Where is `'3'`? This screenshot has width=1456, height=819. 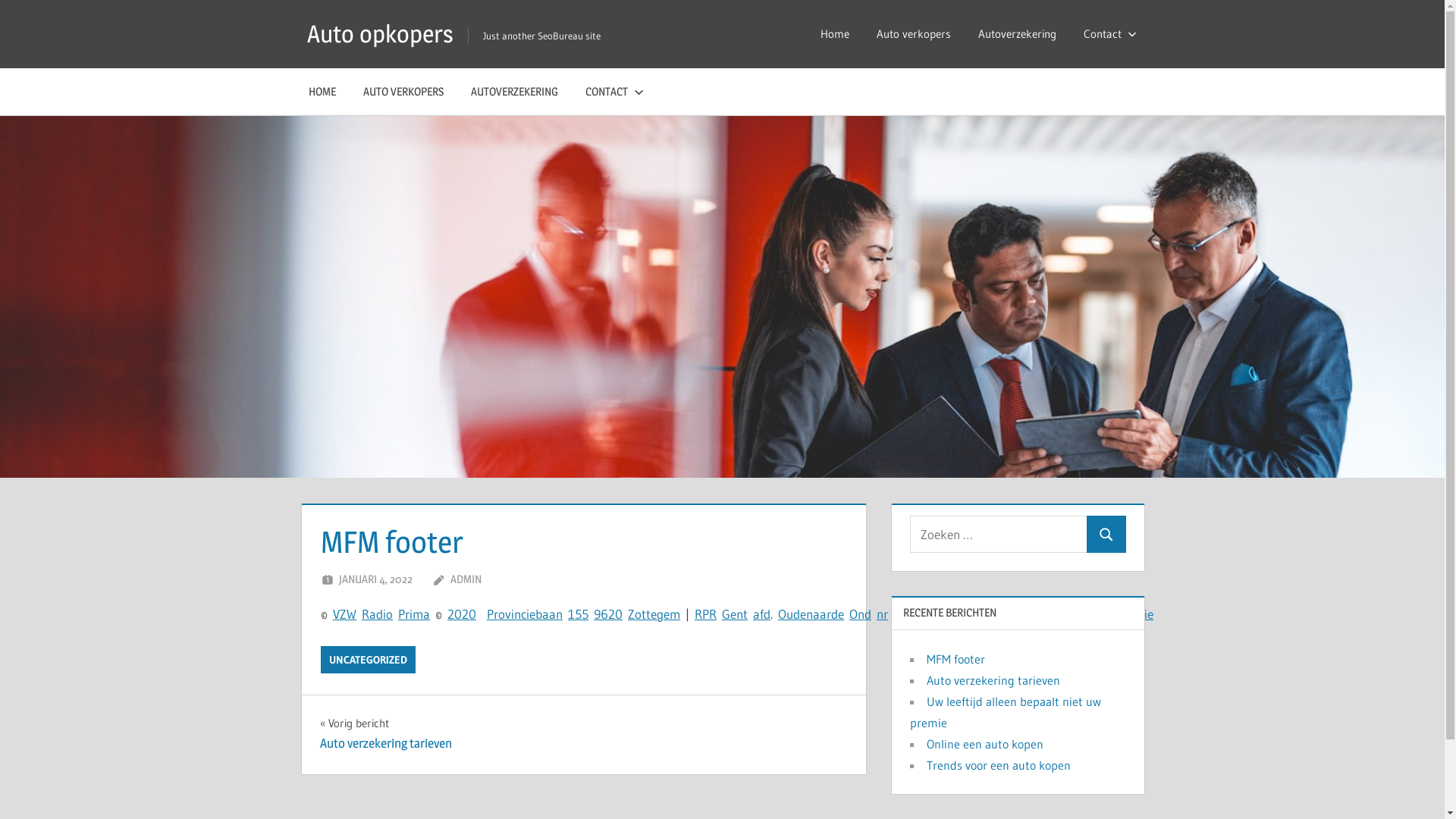
'3' is located at coordinates (917, 613).